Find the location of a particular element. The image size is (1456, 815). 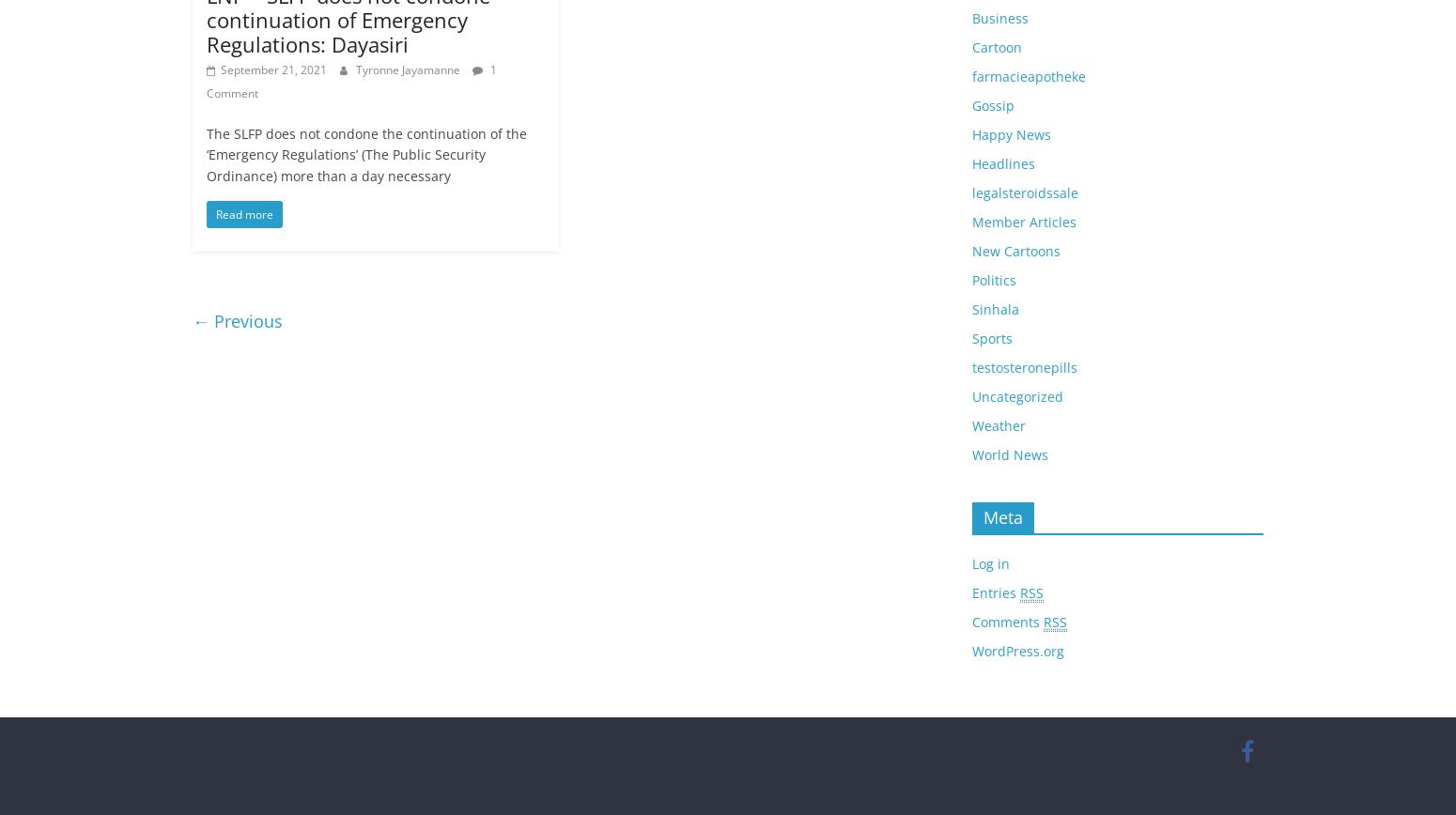

'Weather' is located at coordinates (999, 423).